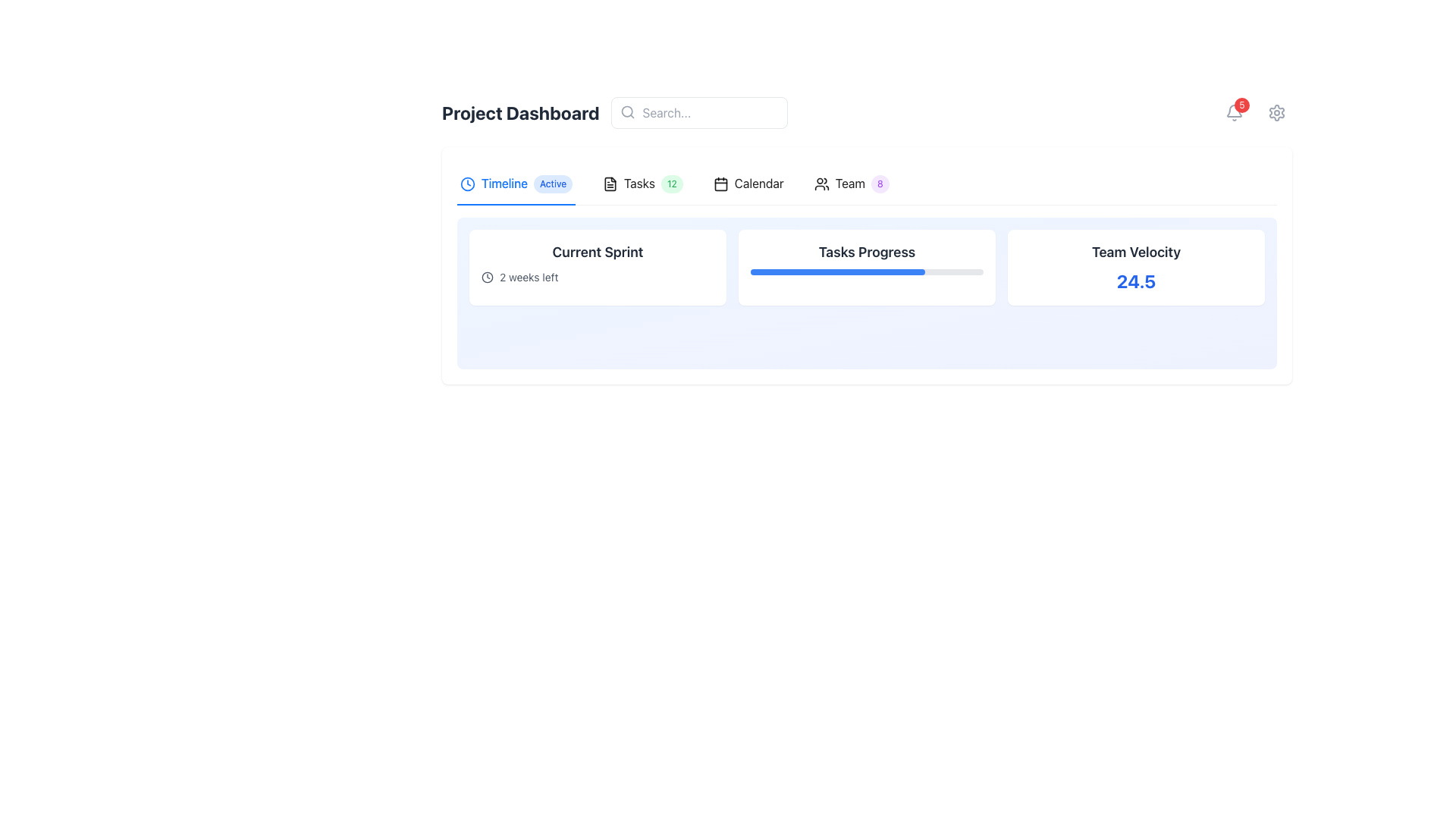 This screenshot has height=819, width=1456. I want to click on the active tab indicator located beneath the 'Timeline' tab in the tabbed navigation interface, so click(516, 205).